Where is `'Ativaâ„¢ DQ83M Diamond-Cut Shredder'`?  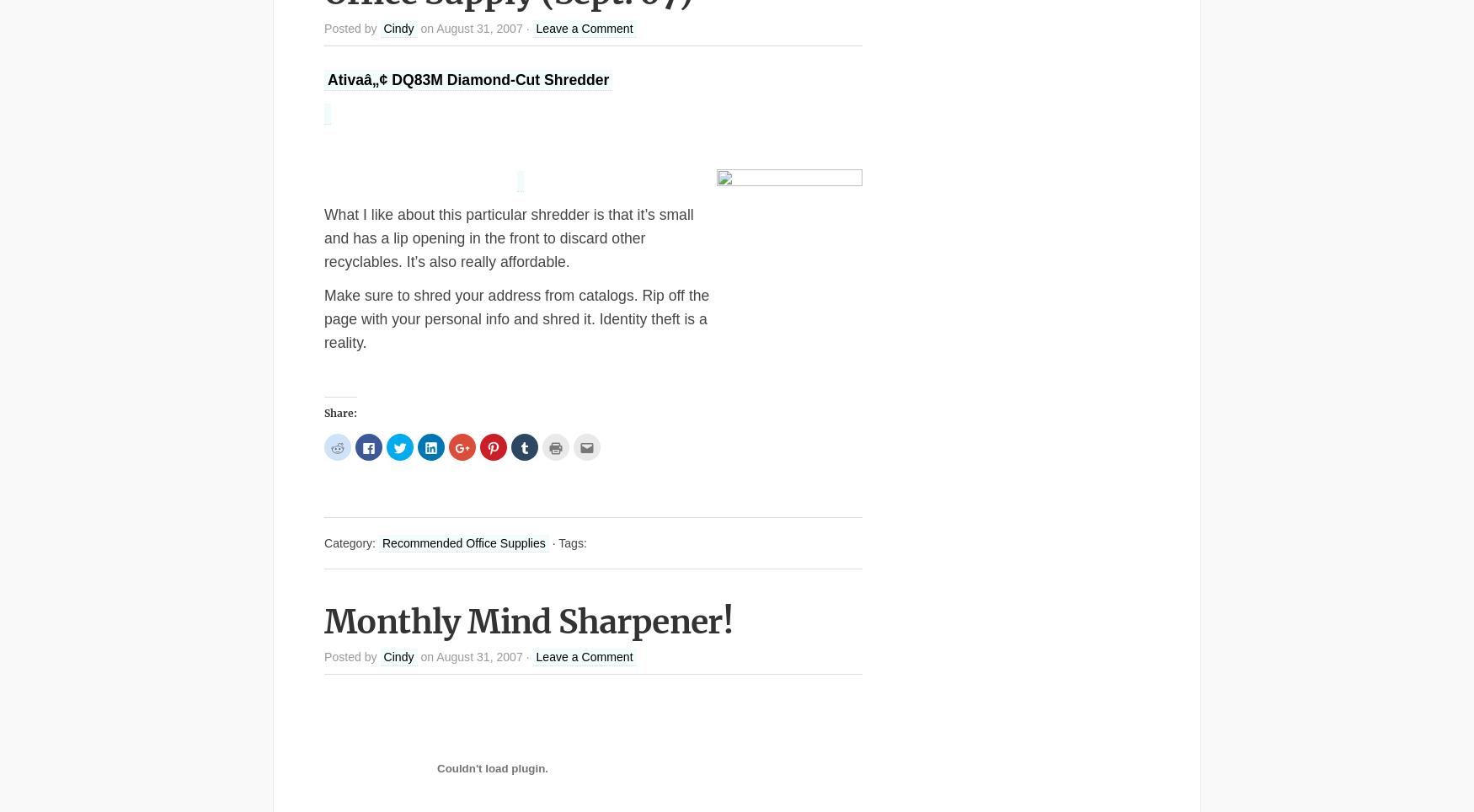
'Ativaâ„¢ DQ83M Diamond-Cut Shredder' is located at coordinates (327, 77).